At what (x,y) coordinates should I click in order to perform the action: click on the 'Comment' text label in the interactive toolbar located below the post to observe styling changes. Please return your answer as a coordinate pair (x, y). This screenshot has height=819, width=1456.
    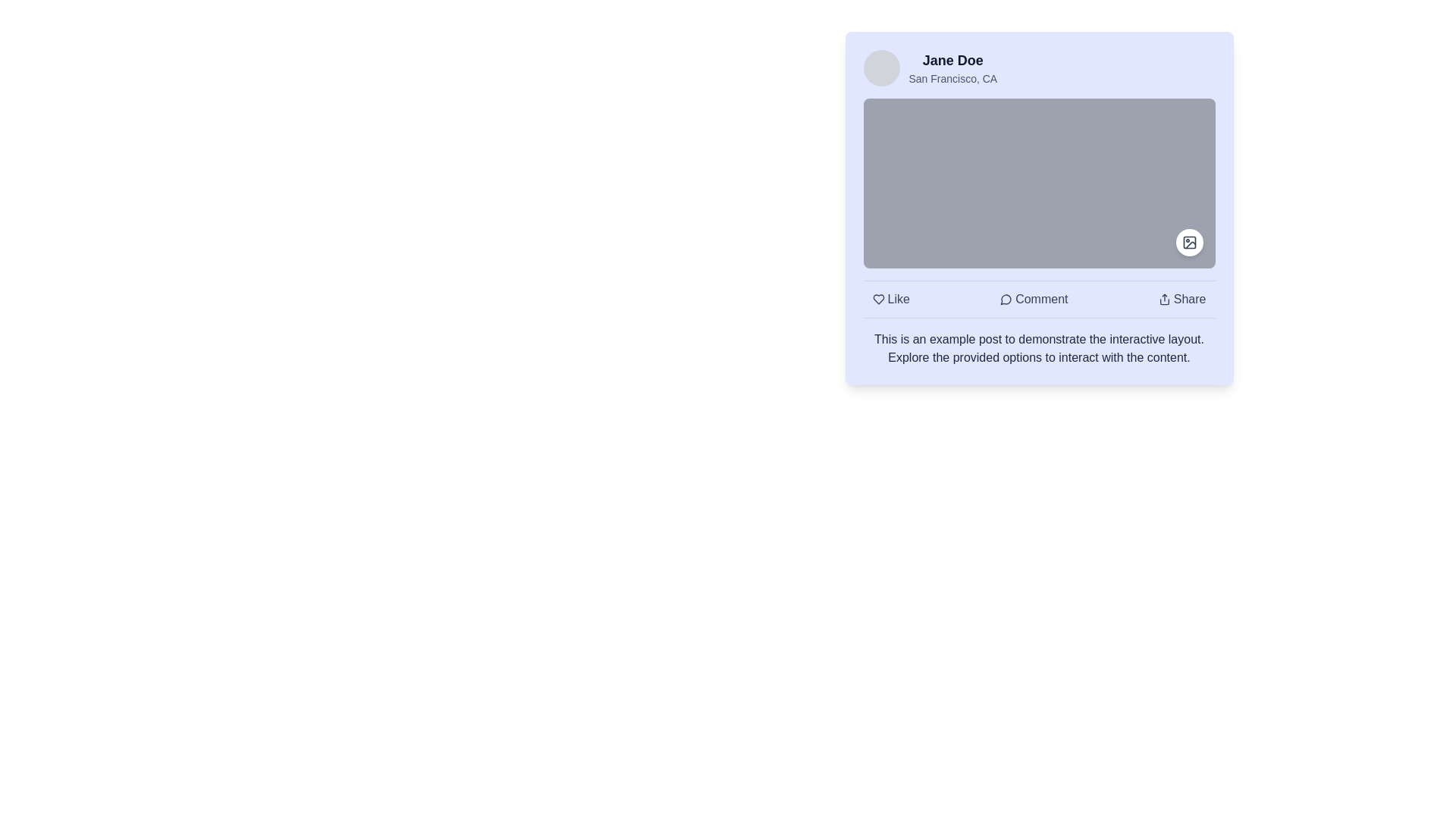
    Looking at the image, I should click on (1040, 299).